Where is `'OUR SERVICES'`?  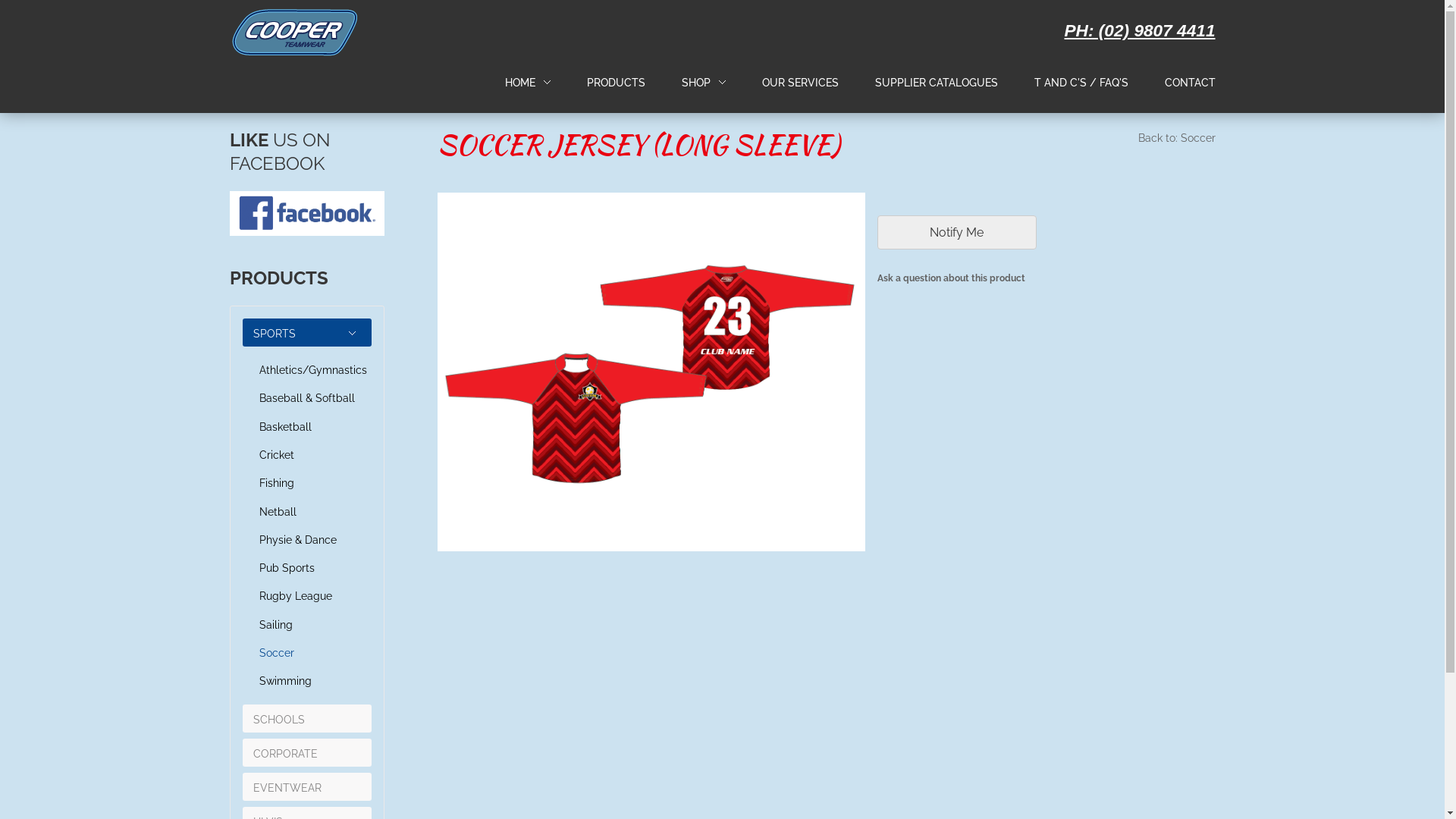
'OUR SERVICES' is located at coordinates (761, 82).